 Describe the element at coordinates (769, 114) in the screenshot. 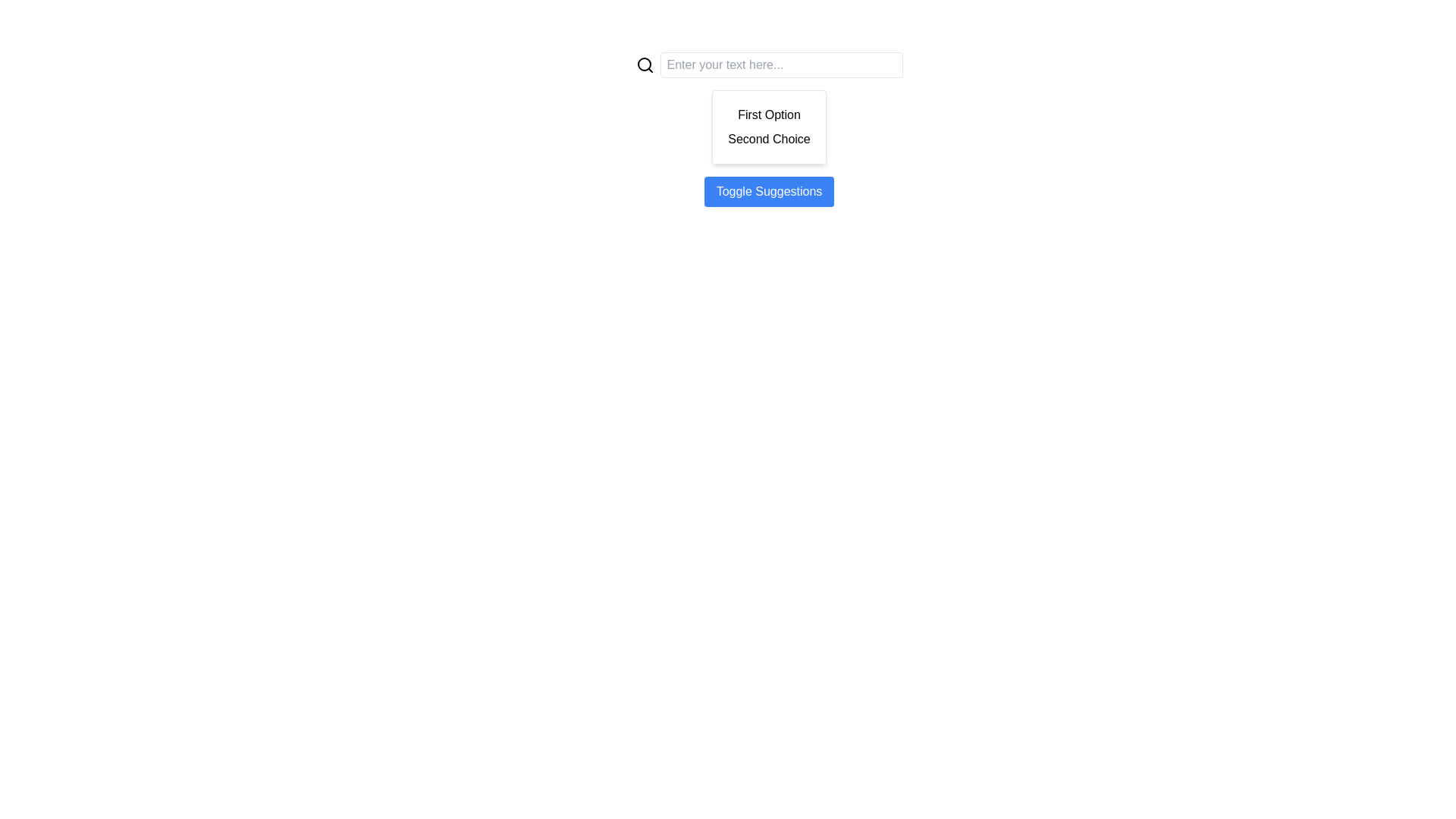

I see `the 'First Option' static text label within the light-grey bordered box` at that location.